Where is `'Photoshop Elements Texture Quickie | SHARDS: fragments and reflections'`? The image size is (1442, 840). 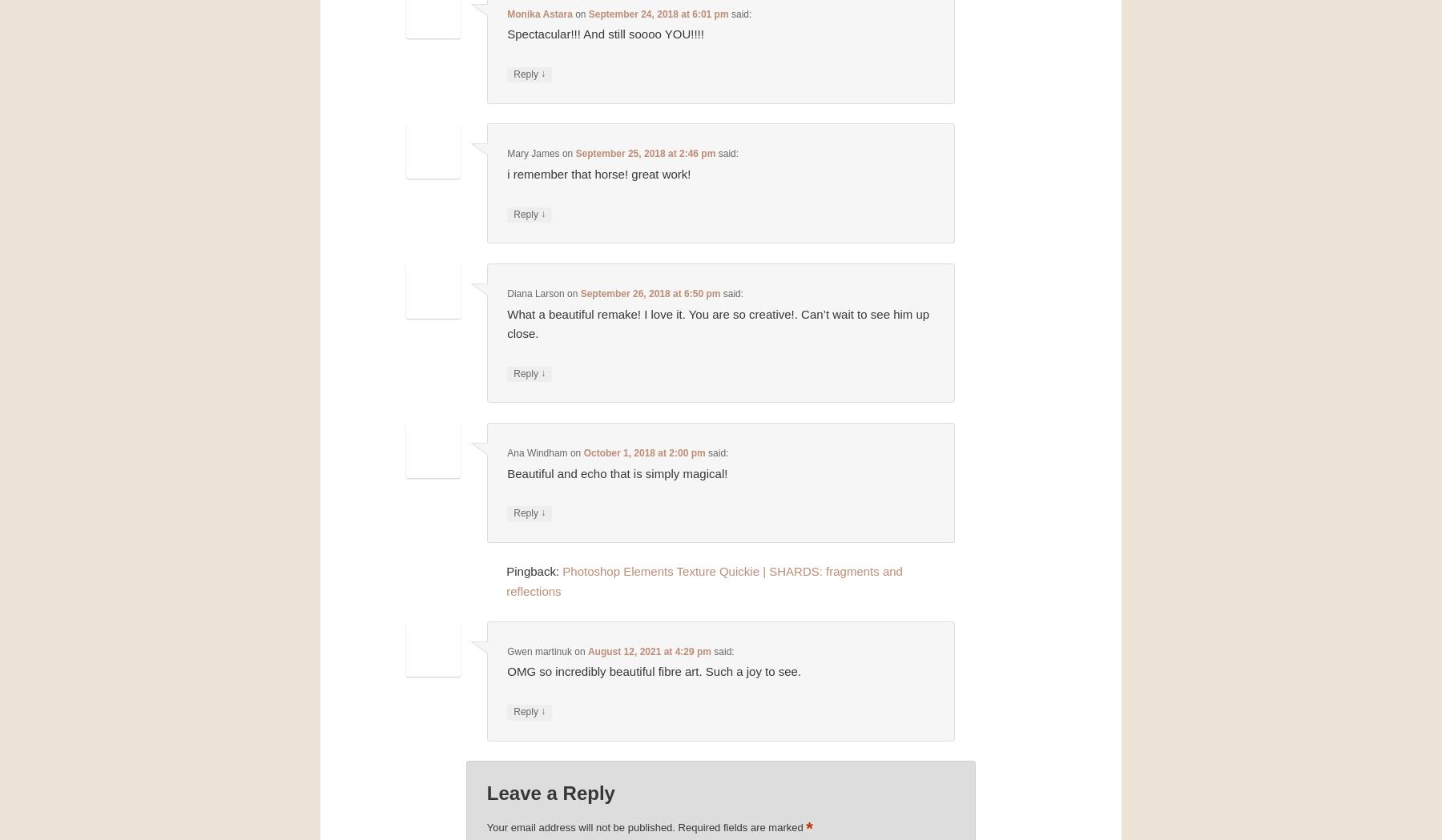
'Photoshop Elements Texture Quickie | SHARDS: fragments and reflections' is located at coordinates (703, 581).